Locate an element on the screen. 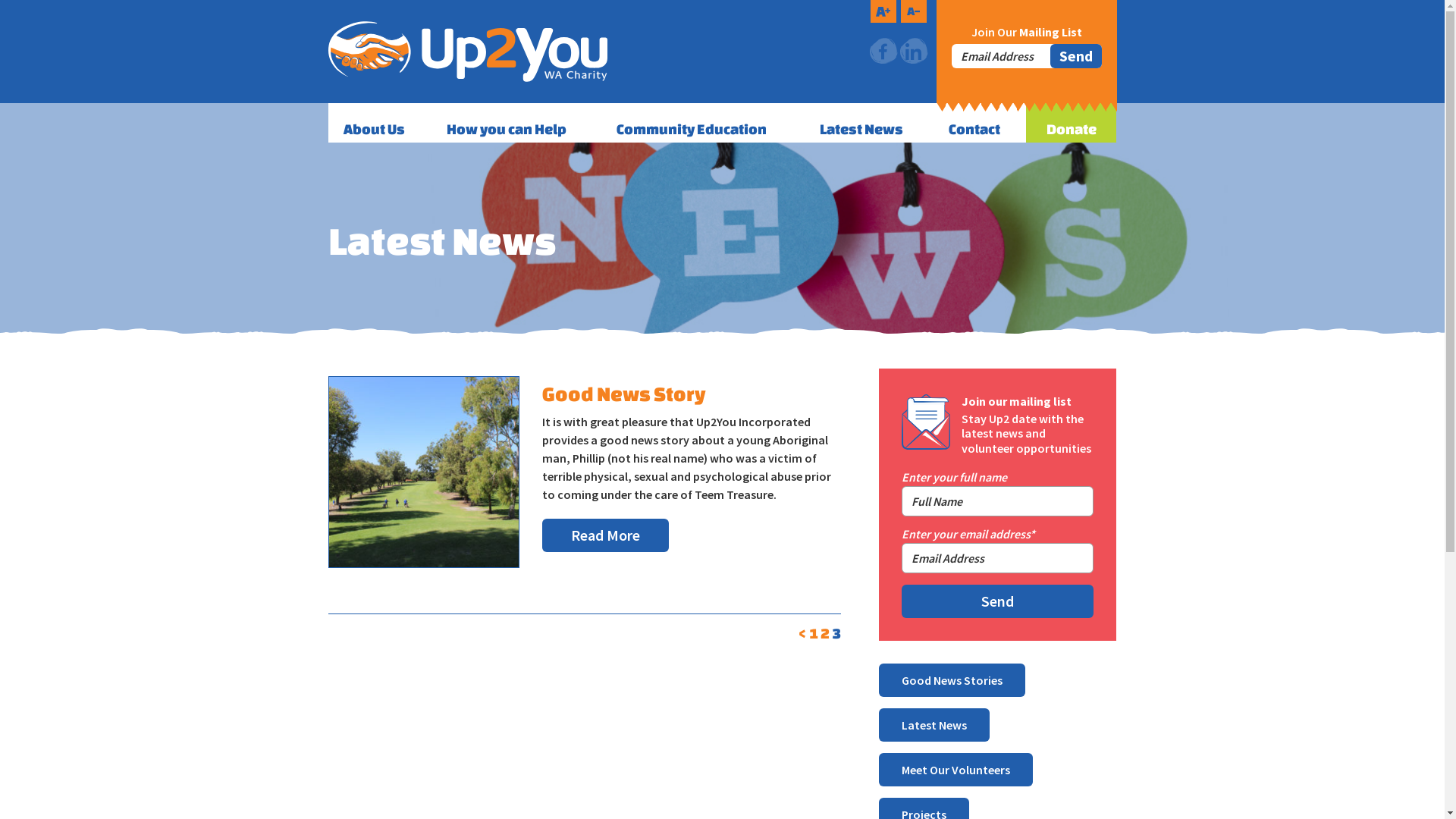 The width and height of the screenshot is (1456, 819). 'Donate' is located at coordinates (1070, 122).